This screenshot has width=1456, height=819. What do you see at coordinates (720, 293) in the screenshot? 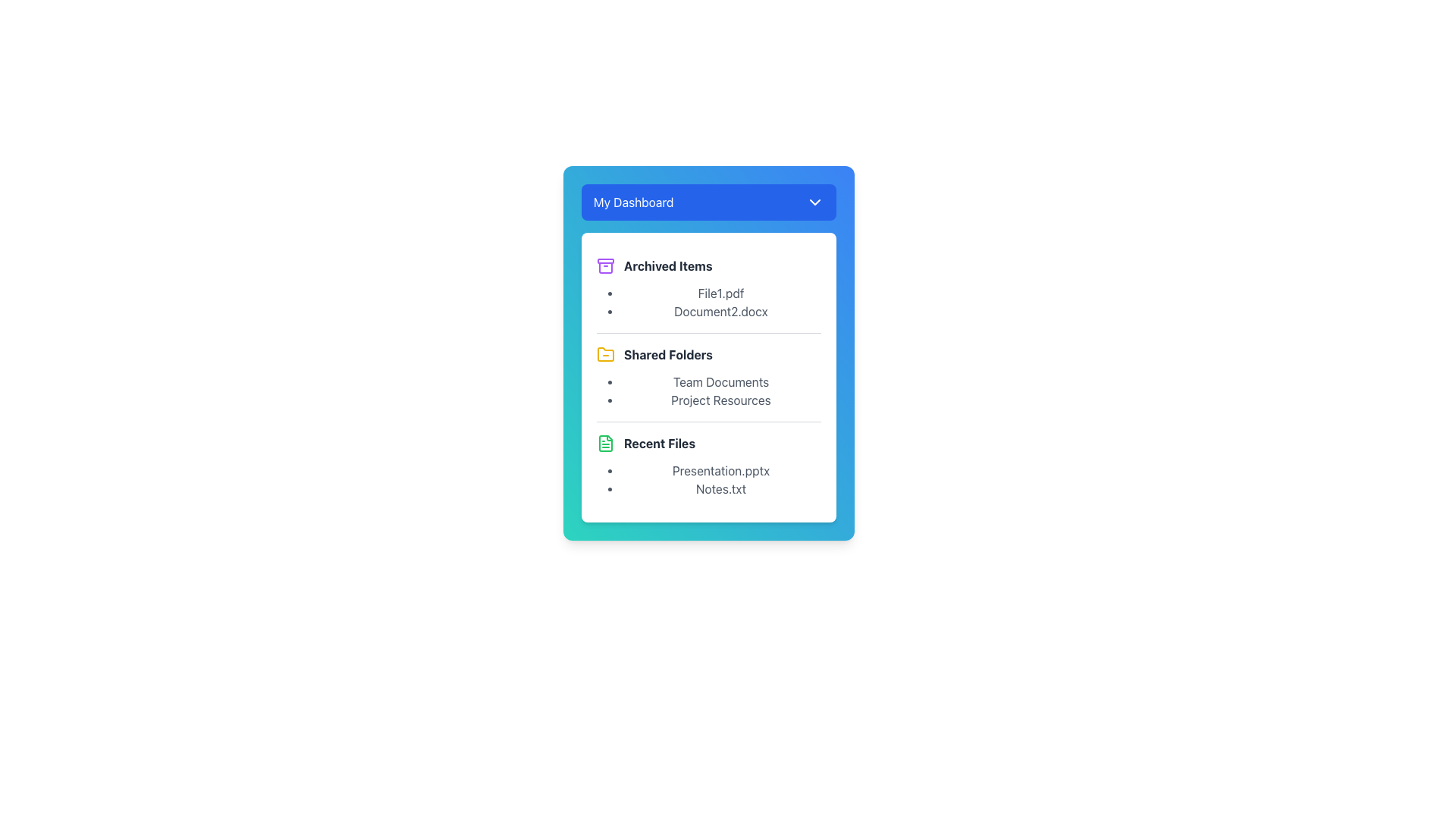
I see `the text label that reads 'File1.pdf' located within the 'Archived Items' section of the card-styled UI` at bounding box center [720, 293].